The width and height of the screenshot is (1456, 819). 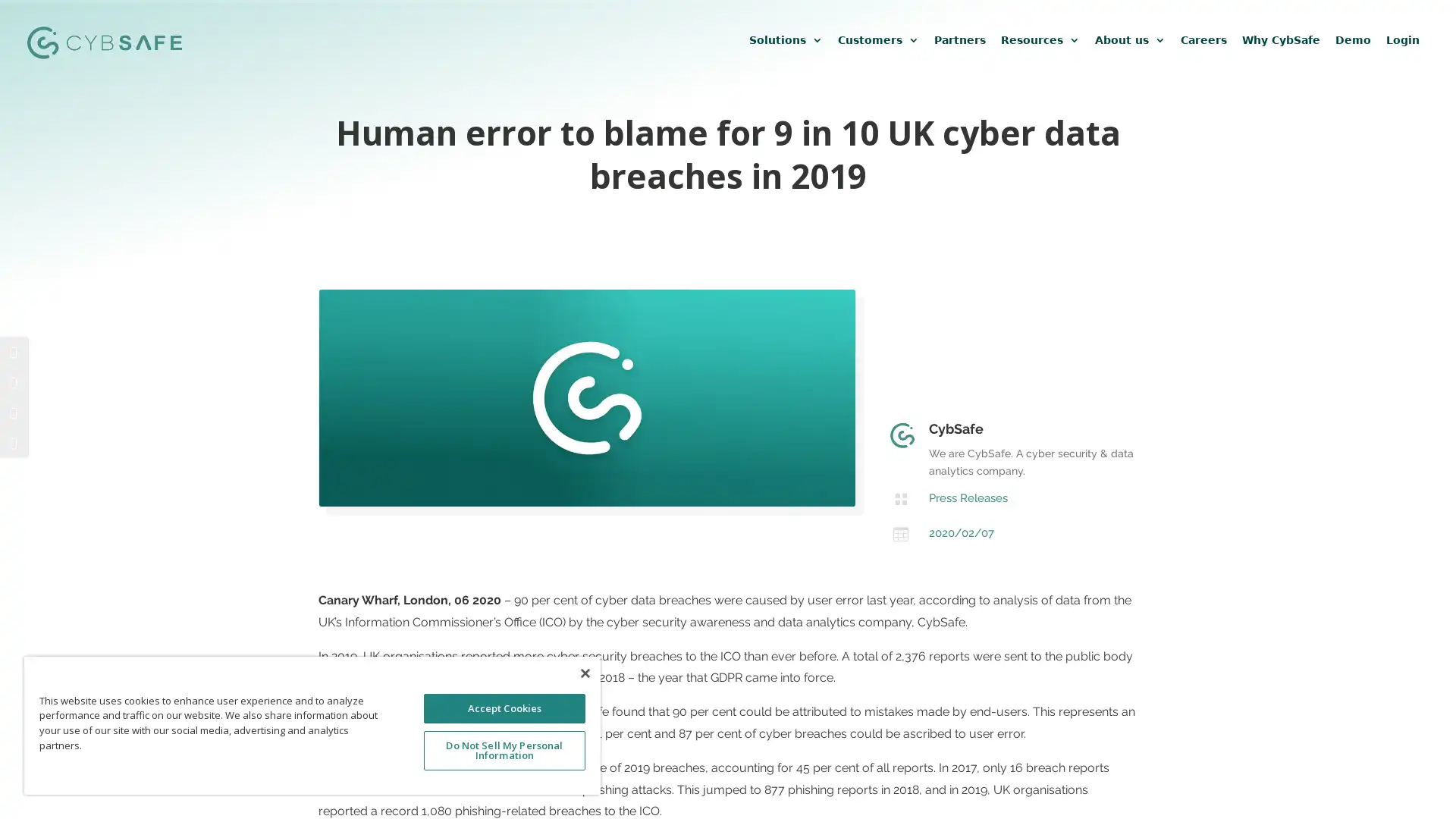 I want to click on Close, so click(x=584, y=672).